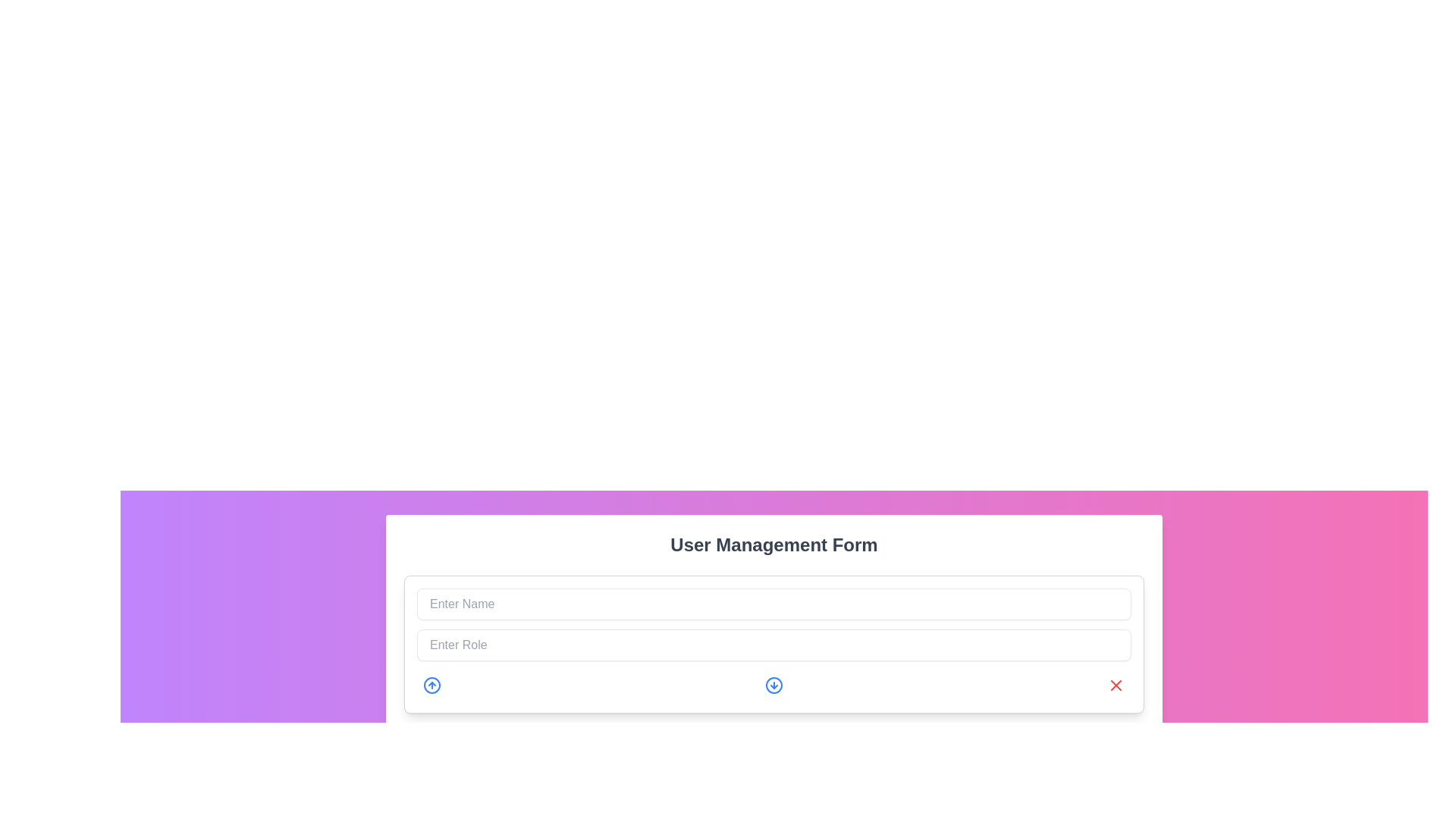  Describe the element at coordinates (774, 685) in the screenshot. I see `the second button from the left at the bottom of the form interface` at that location.